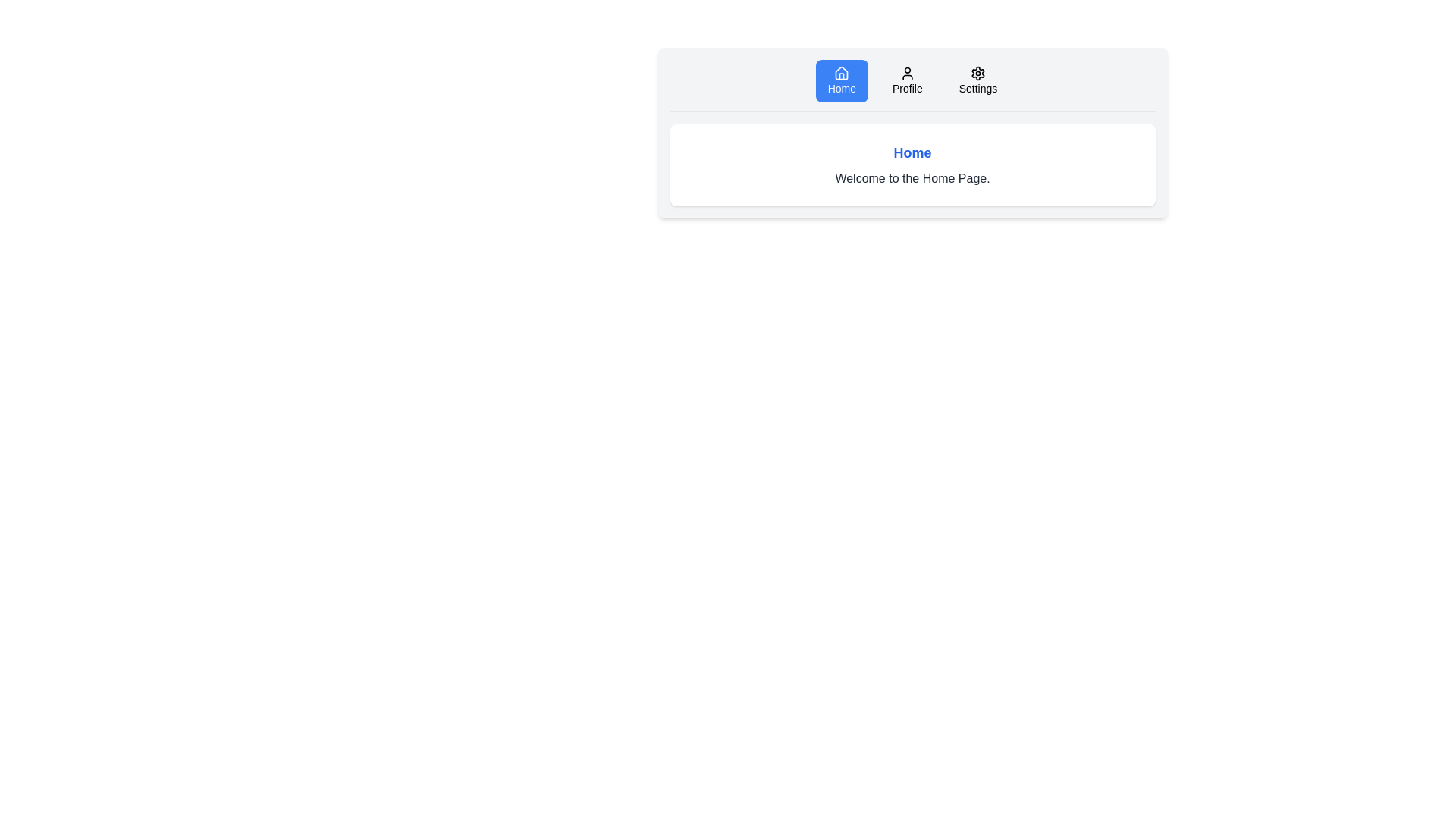 The height and width of the screenshot is (819, 1456). Describe the element at coordinates (978, 81) in the screenshot. I see `the tab labeled Settings to examine its appearance` at that location.